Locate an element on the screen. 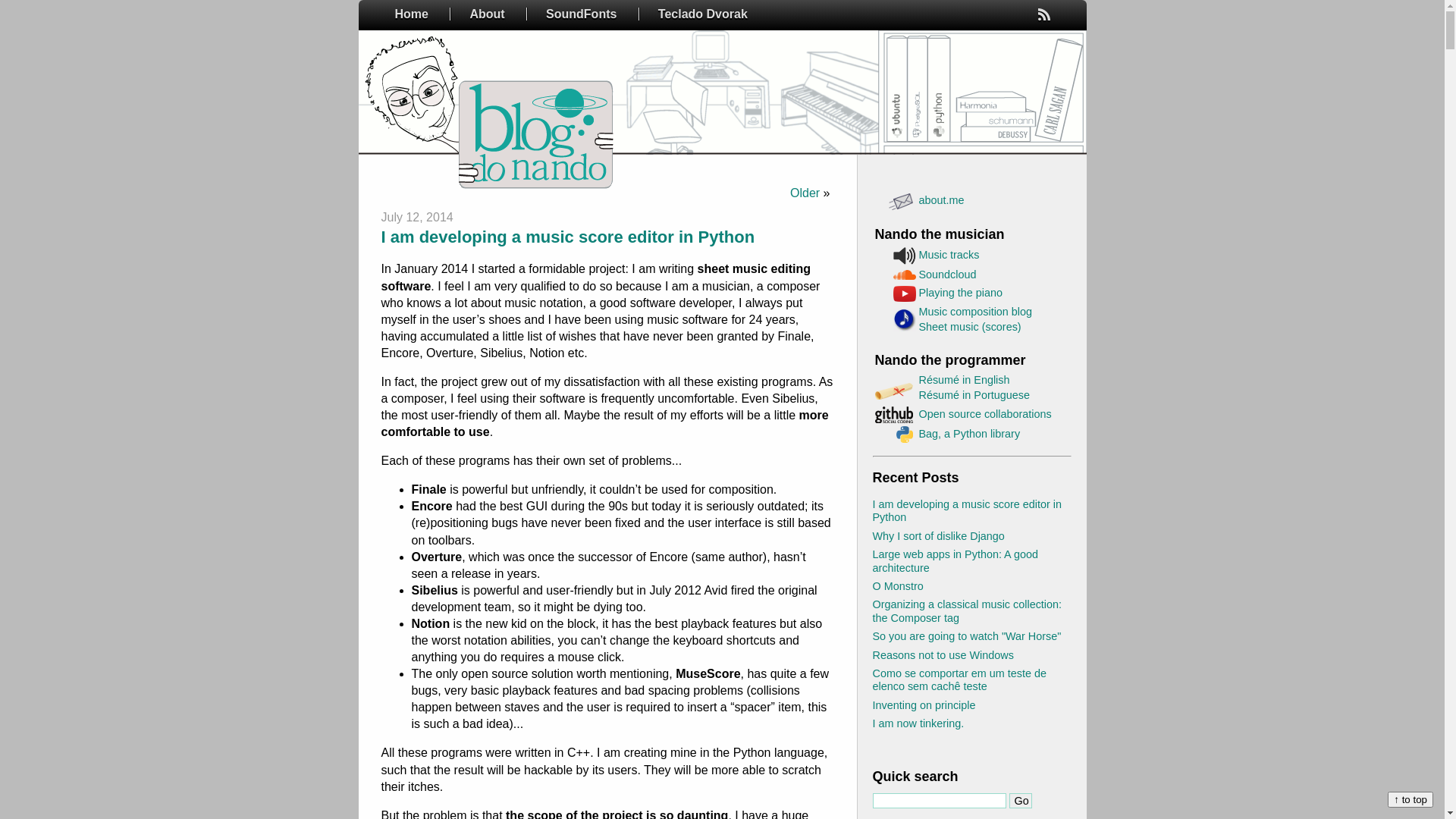  'Home' is located at coordinates (411, 14).